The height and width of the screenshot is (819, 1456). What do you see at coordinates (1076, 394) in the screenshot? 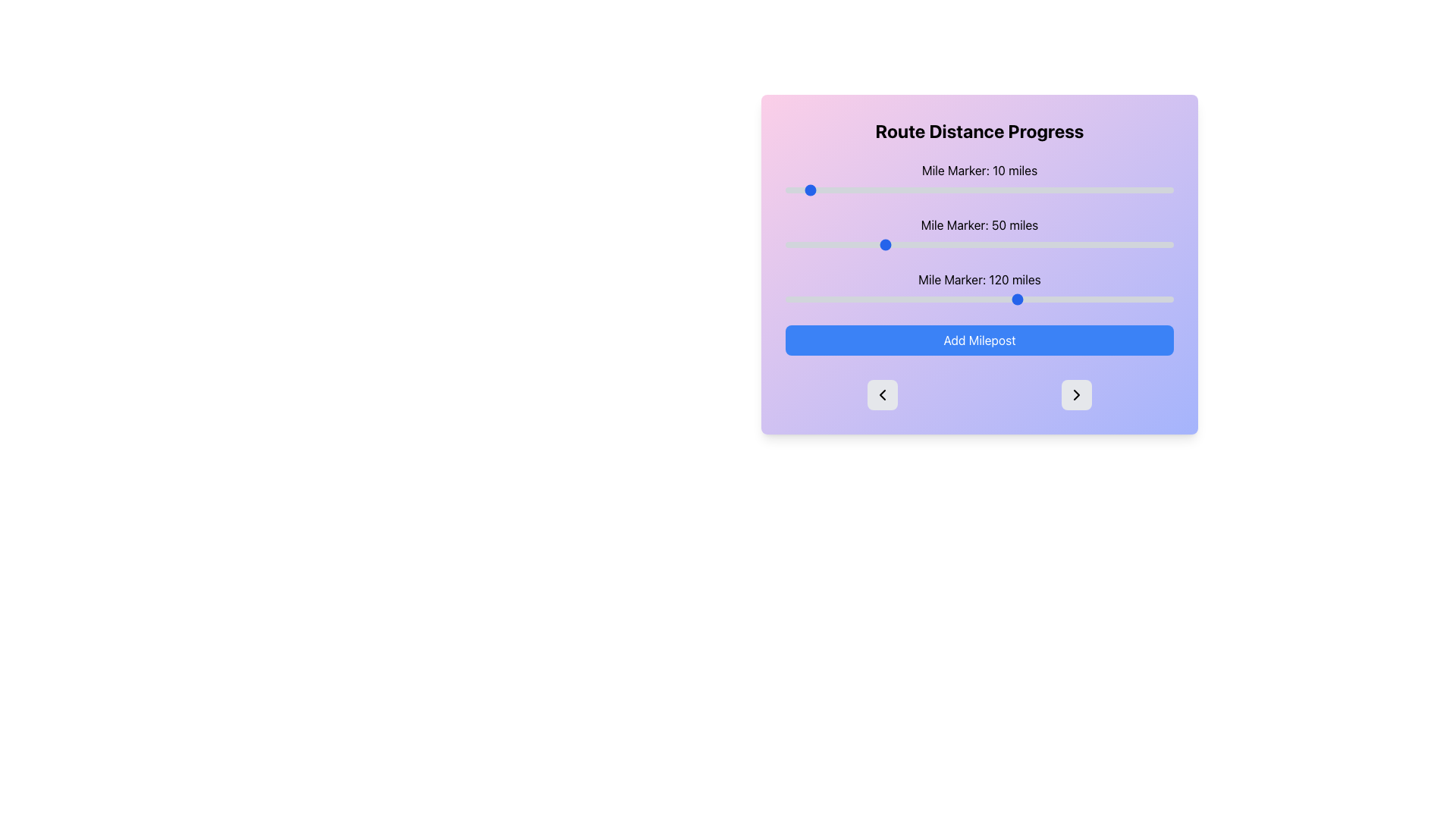
I see `the right-pointing triangular-shaped arrow icon located in the circular button at the bottom right corner of the control panel to proceed` at bounding box center [1076, 394].